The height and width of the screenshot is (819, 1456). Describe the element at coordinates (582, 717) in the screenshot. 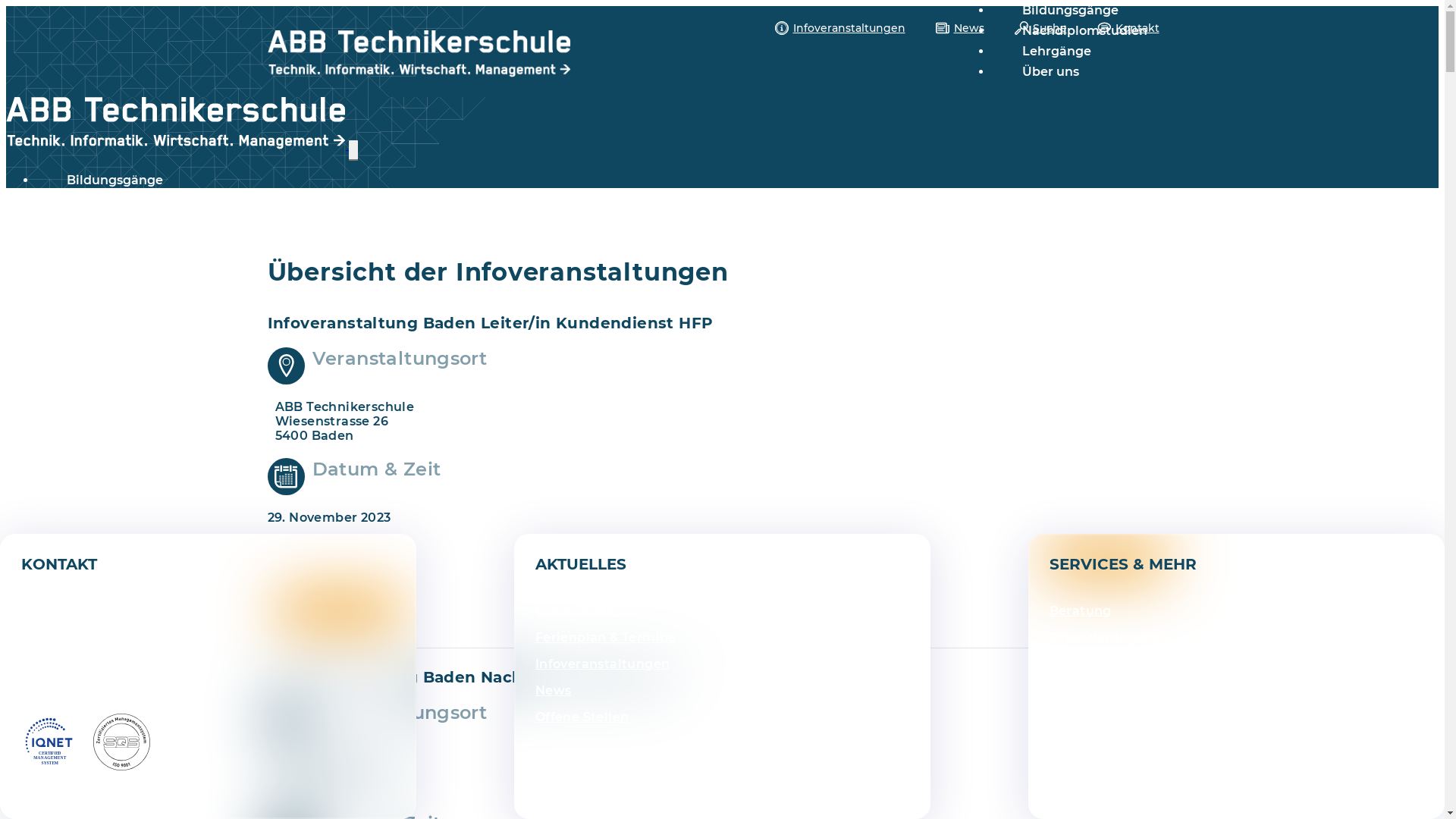

I see `'Offene Stellen'` at that location.